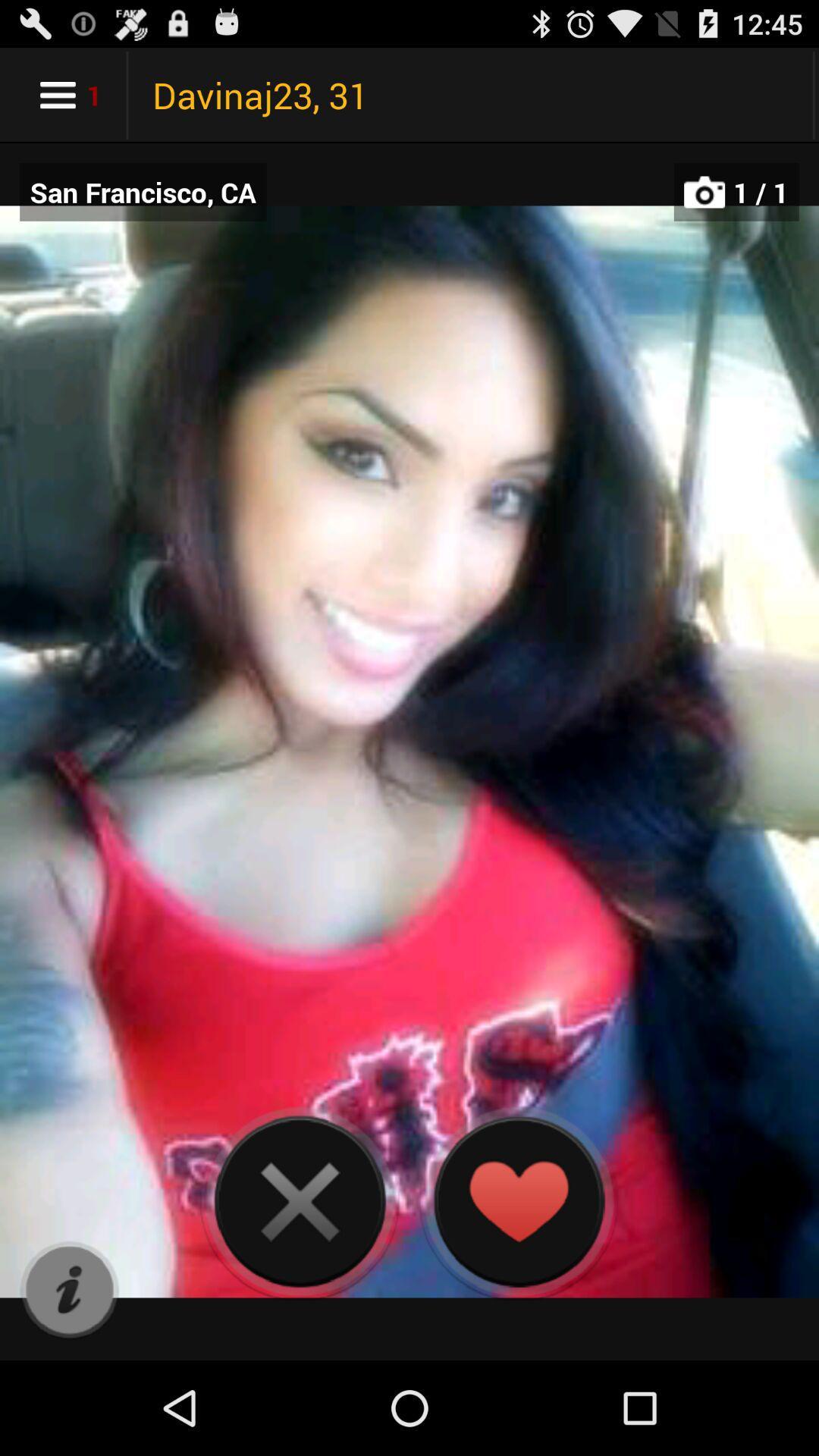 The image size is (819, 1456). I want to click on dislike picture, so click(300, 1200).